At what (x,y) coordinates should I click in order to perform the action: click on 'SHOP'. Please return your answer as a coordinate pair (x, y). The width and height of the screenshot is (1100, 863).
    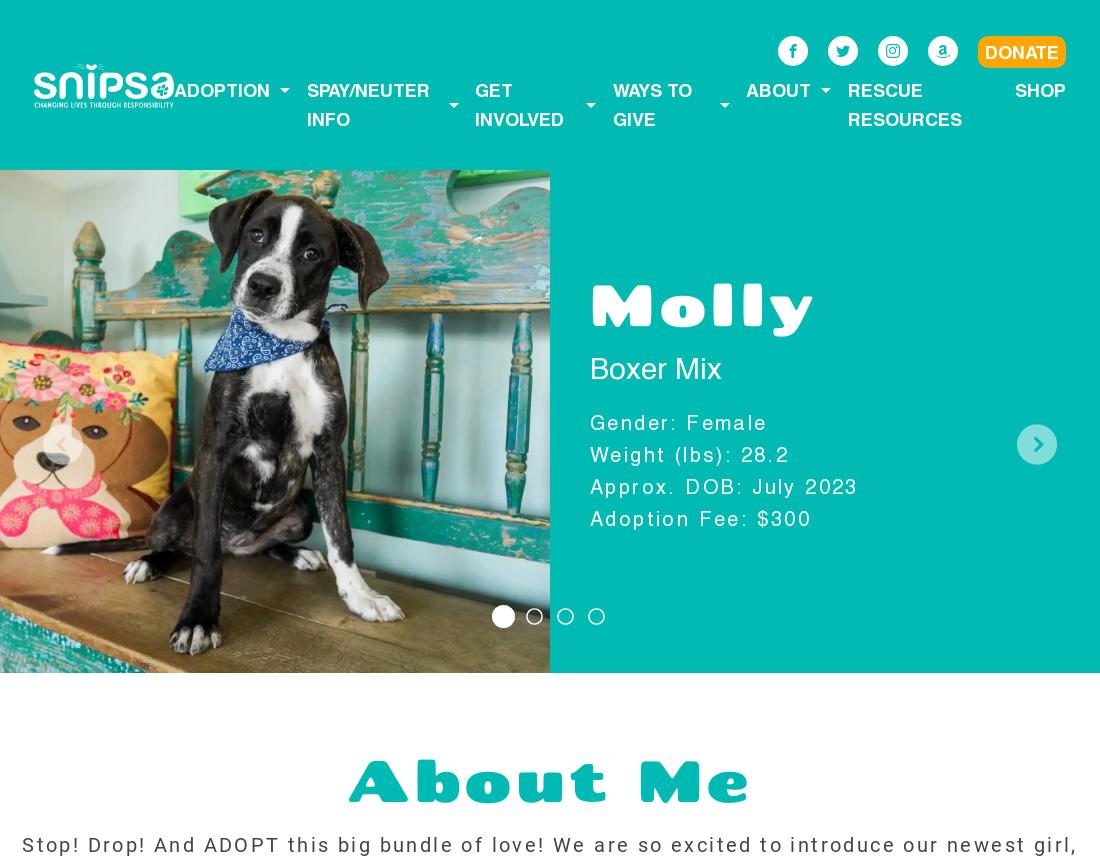
    Looking at the image, I should click on (1039, 89).